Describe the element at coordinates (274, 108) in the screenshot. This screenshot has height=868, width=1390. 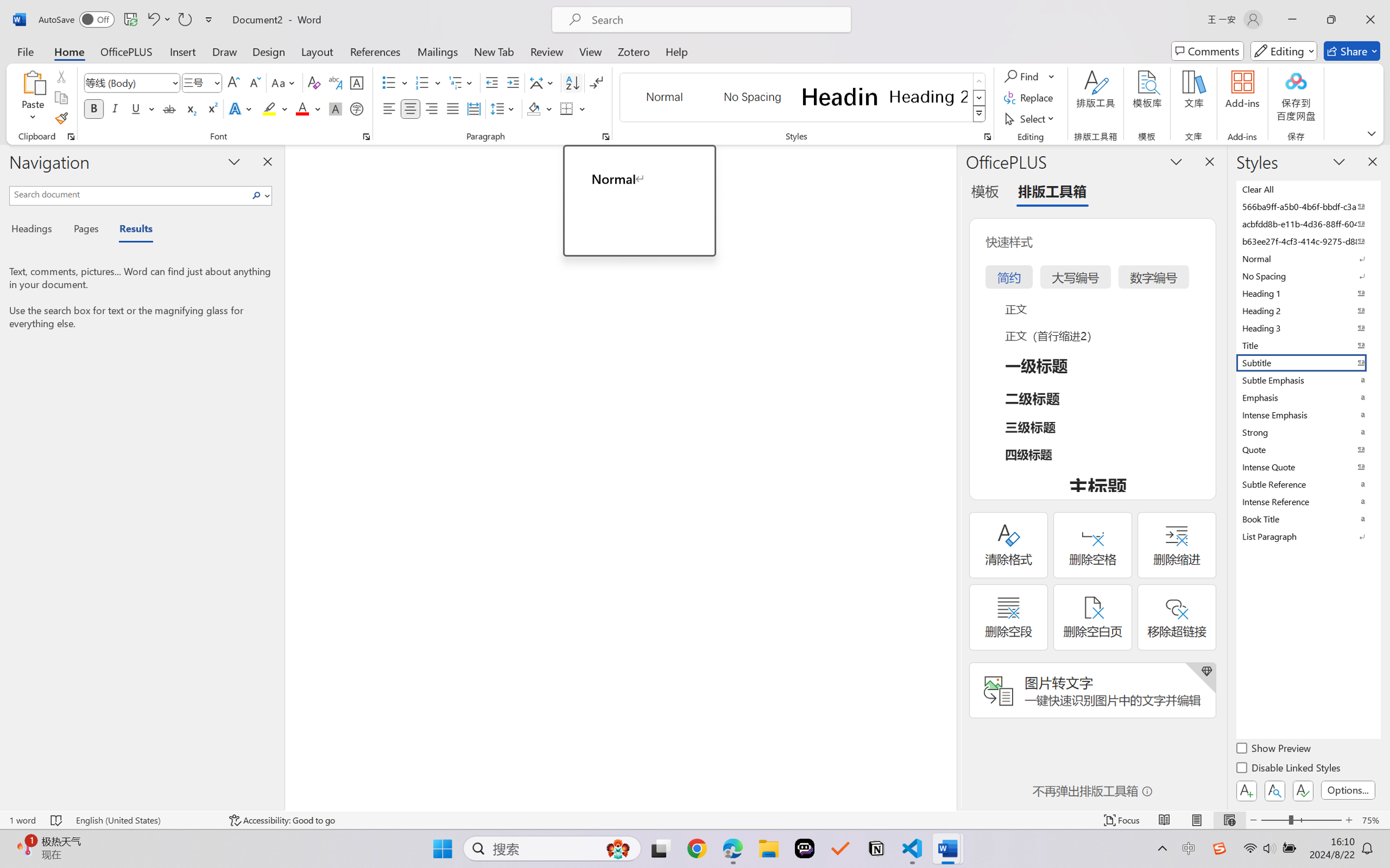
I see `'Text Highlight Color'` at that location.